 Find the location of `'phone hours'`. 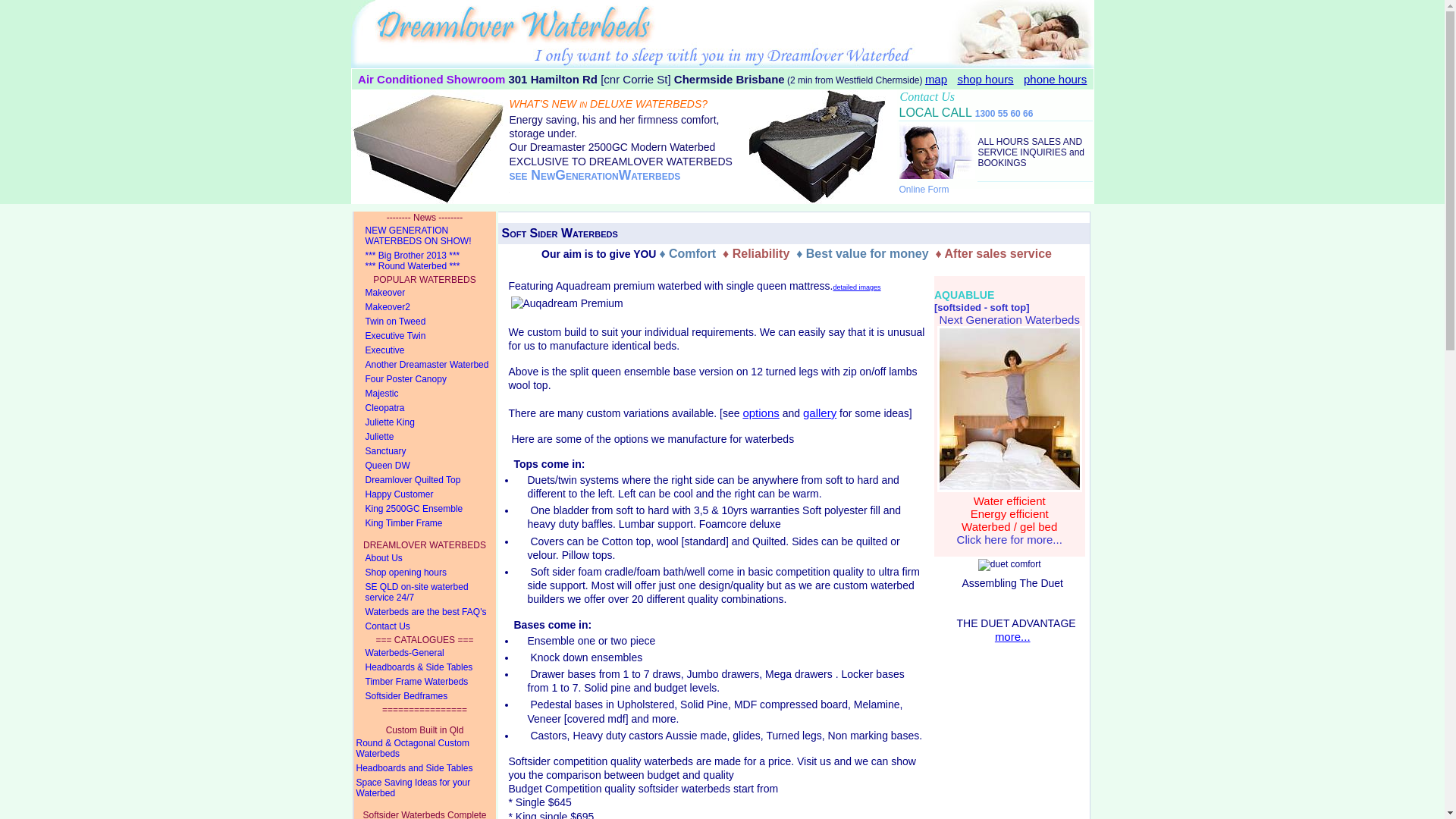

'phone hours' is located at coordinates (1054, 80).